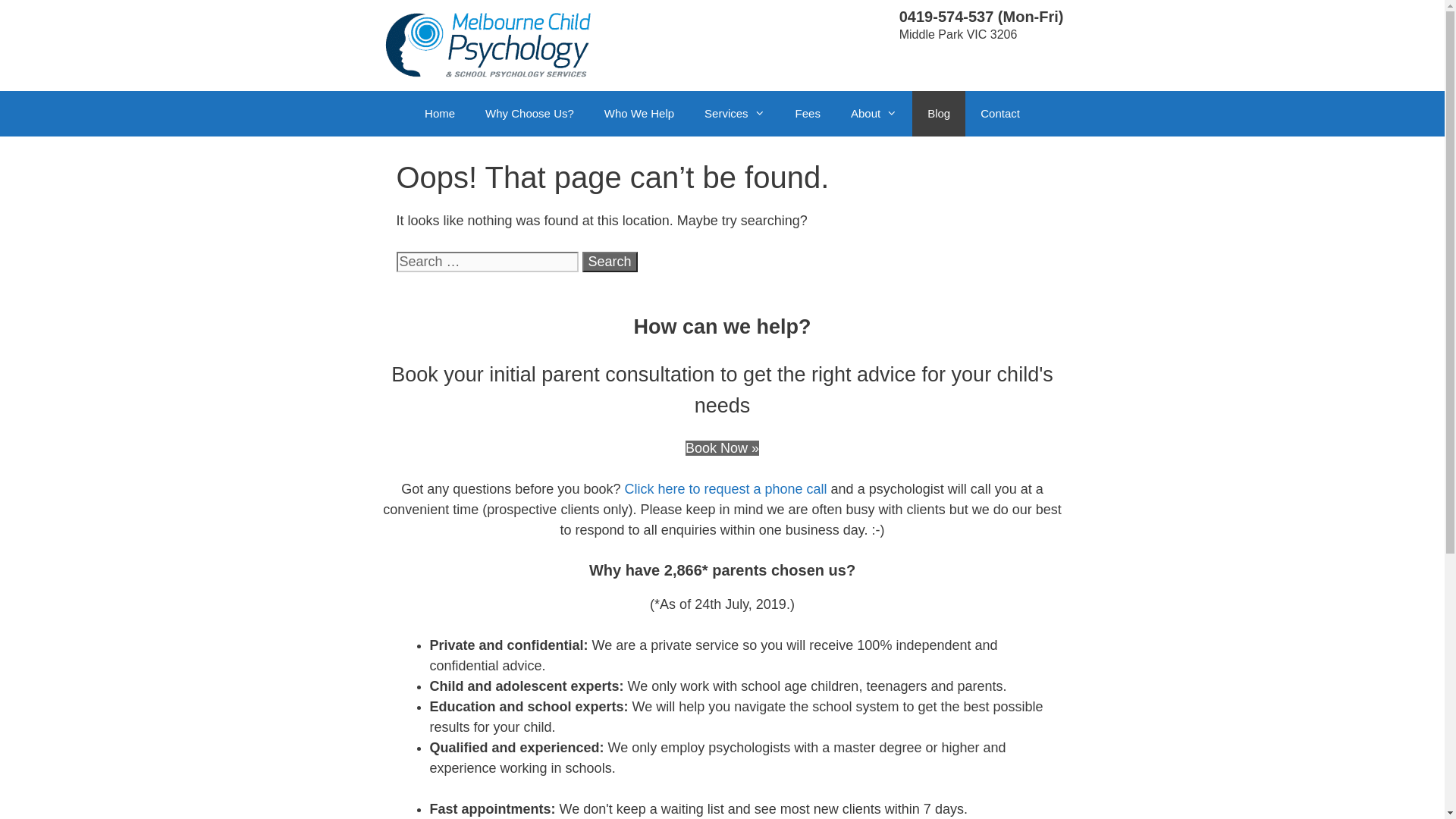  What do you see at coordinates (487, 261) in the screenshot?
I see `'Search for:'` at bounding box center [487, 261].